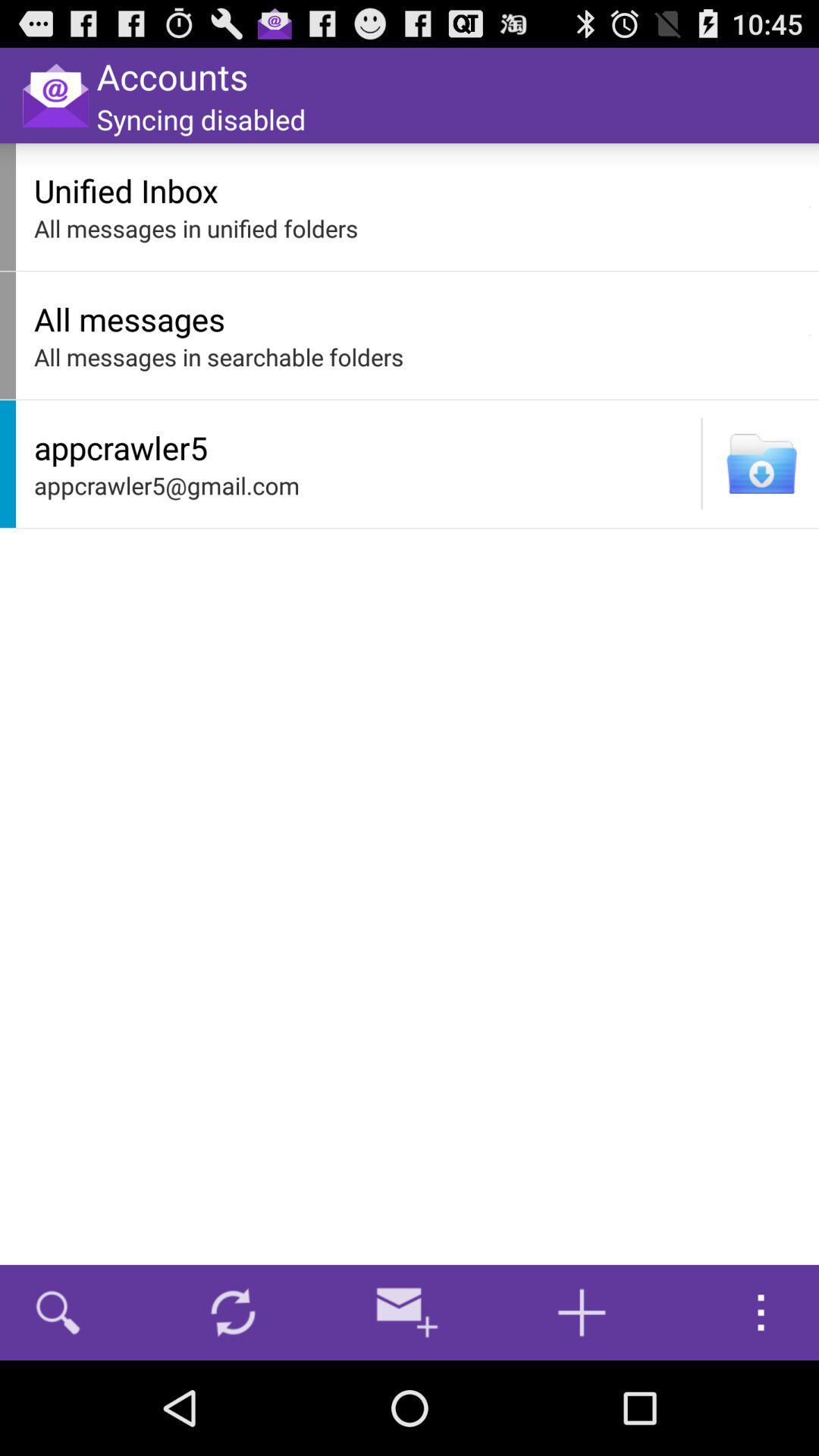 The height and width of the screenshot is (1456, 819). What do you see at coordinates (809, 206) in the screenshot?
I see `app to the right of the unified inbox` at bounding box center [809, 206].